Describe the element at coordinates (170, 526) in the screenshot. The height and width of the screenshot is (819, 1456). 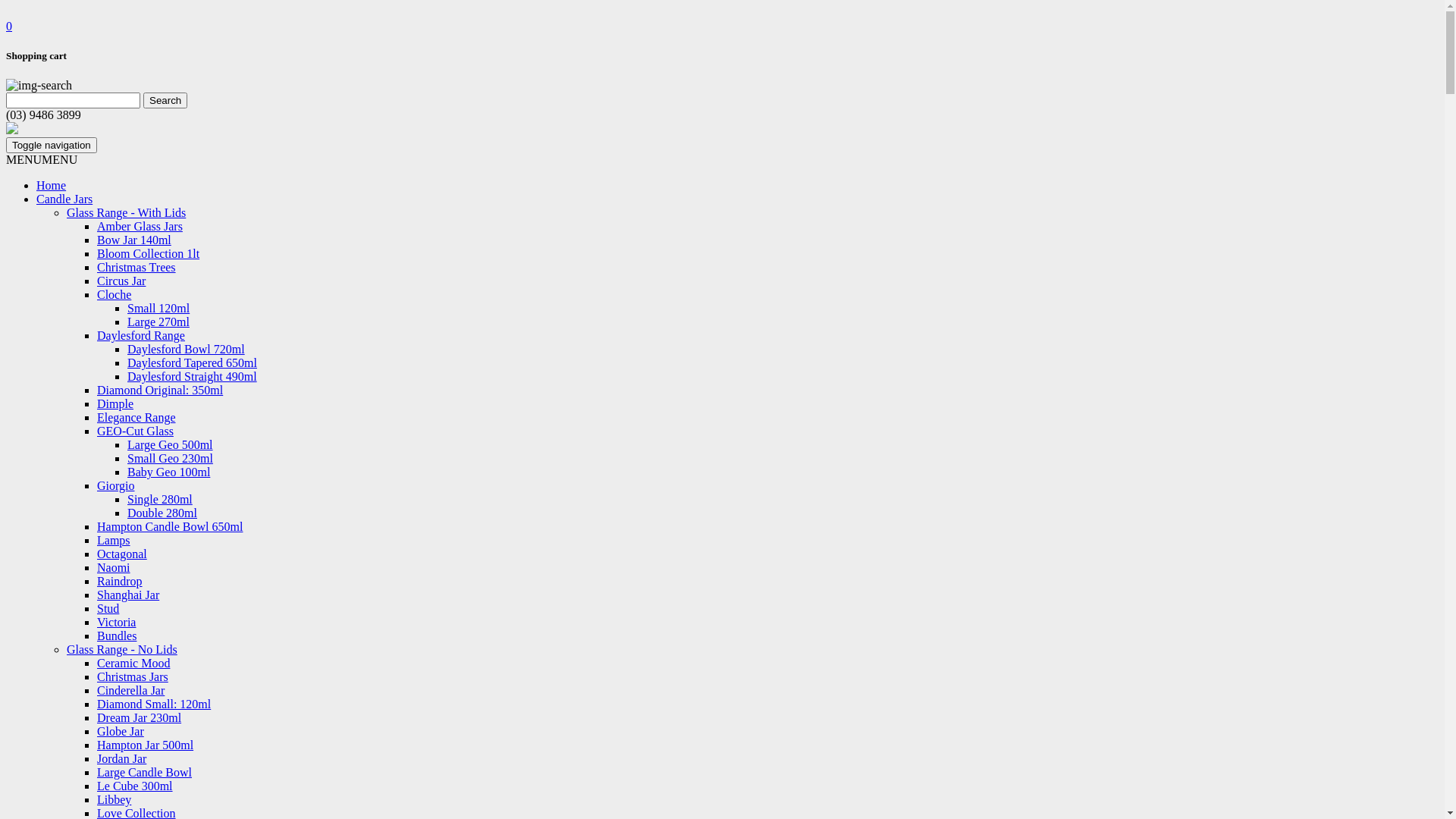
I see `'Hampton Candle Bowl 650ml'` at that location.